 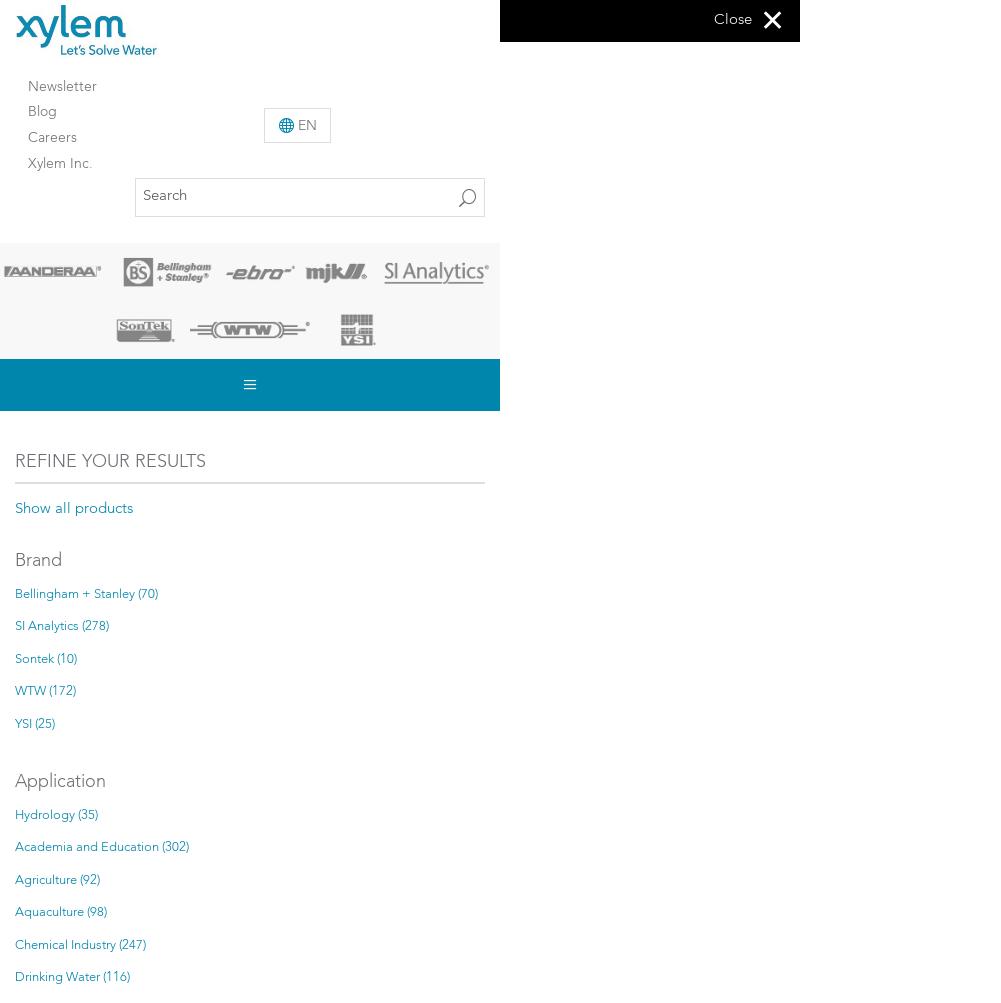 What do you see at coordinates (28, 110) in the screenshot?
I see `'Blog'` at bounding box center [28, 110].